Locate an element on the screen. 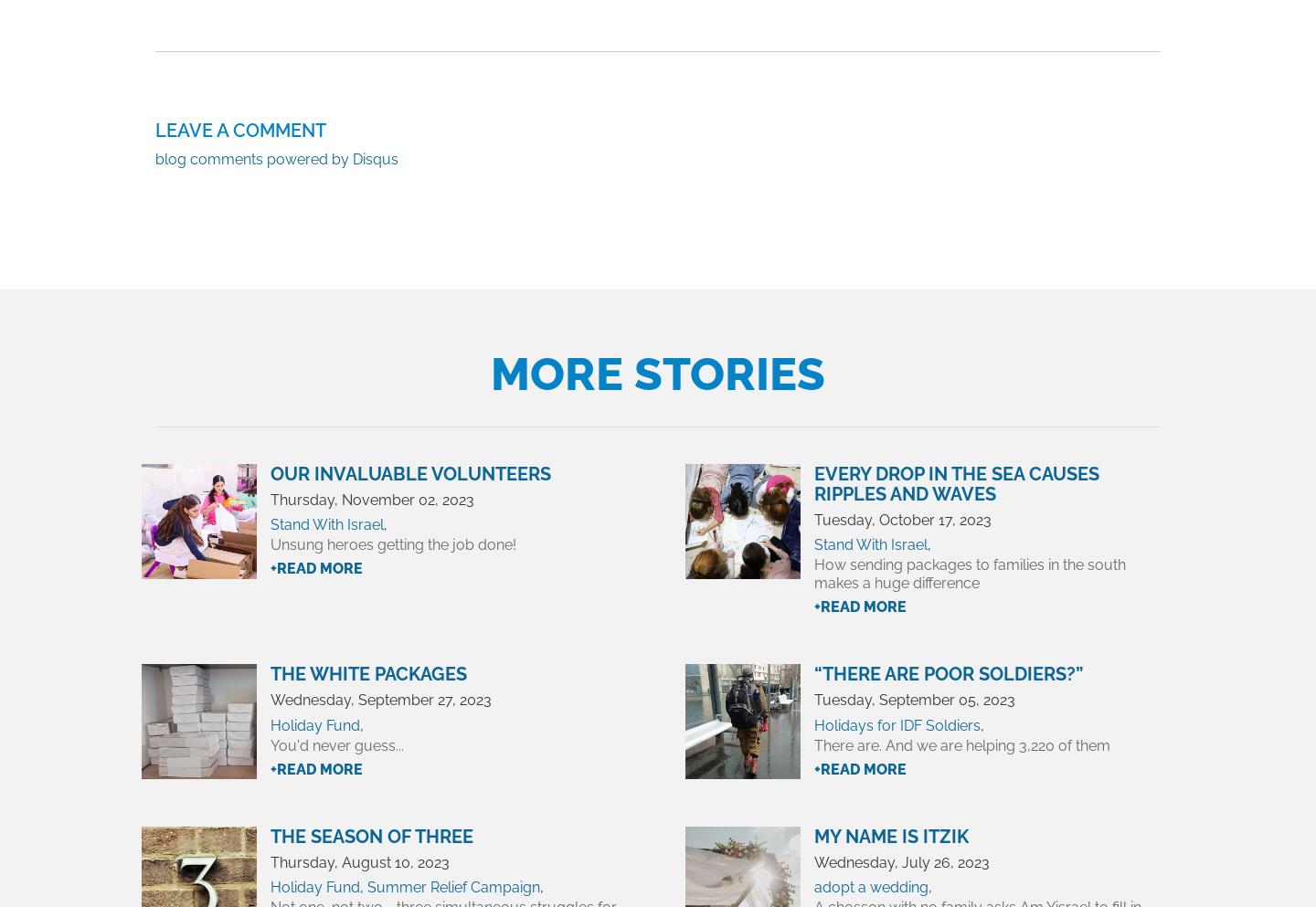  'The Season of Three' is located at coordinates (370, 836).